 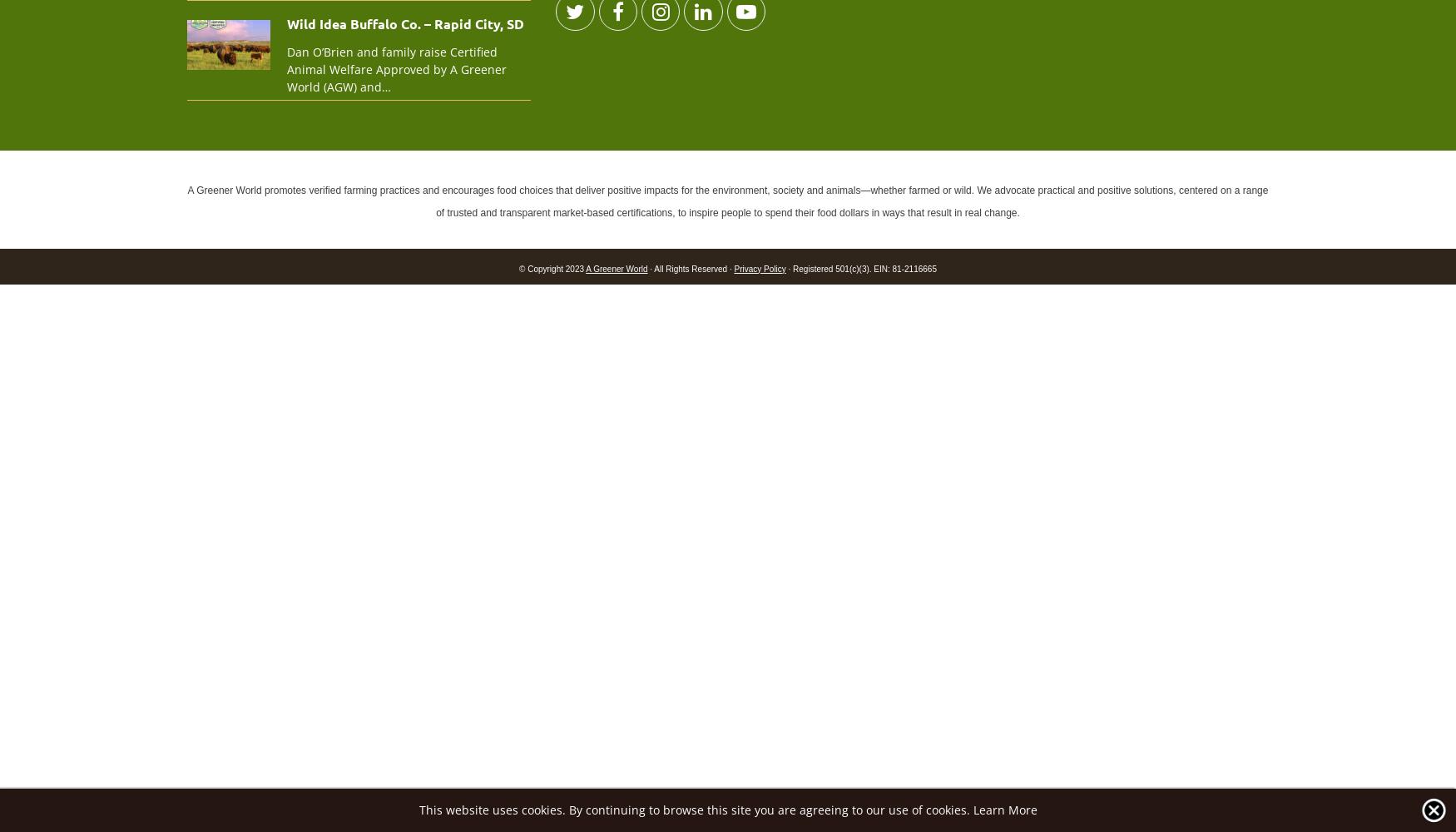 I want to click on 'Privacy Policy', so click(x=733, y=267).